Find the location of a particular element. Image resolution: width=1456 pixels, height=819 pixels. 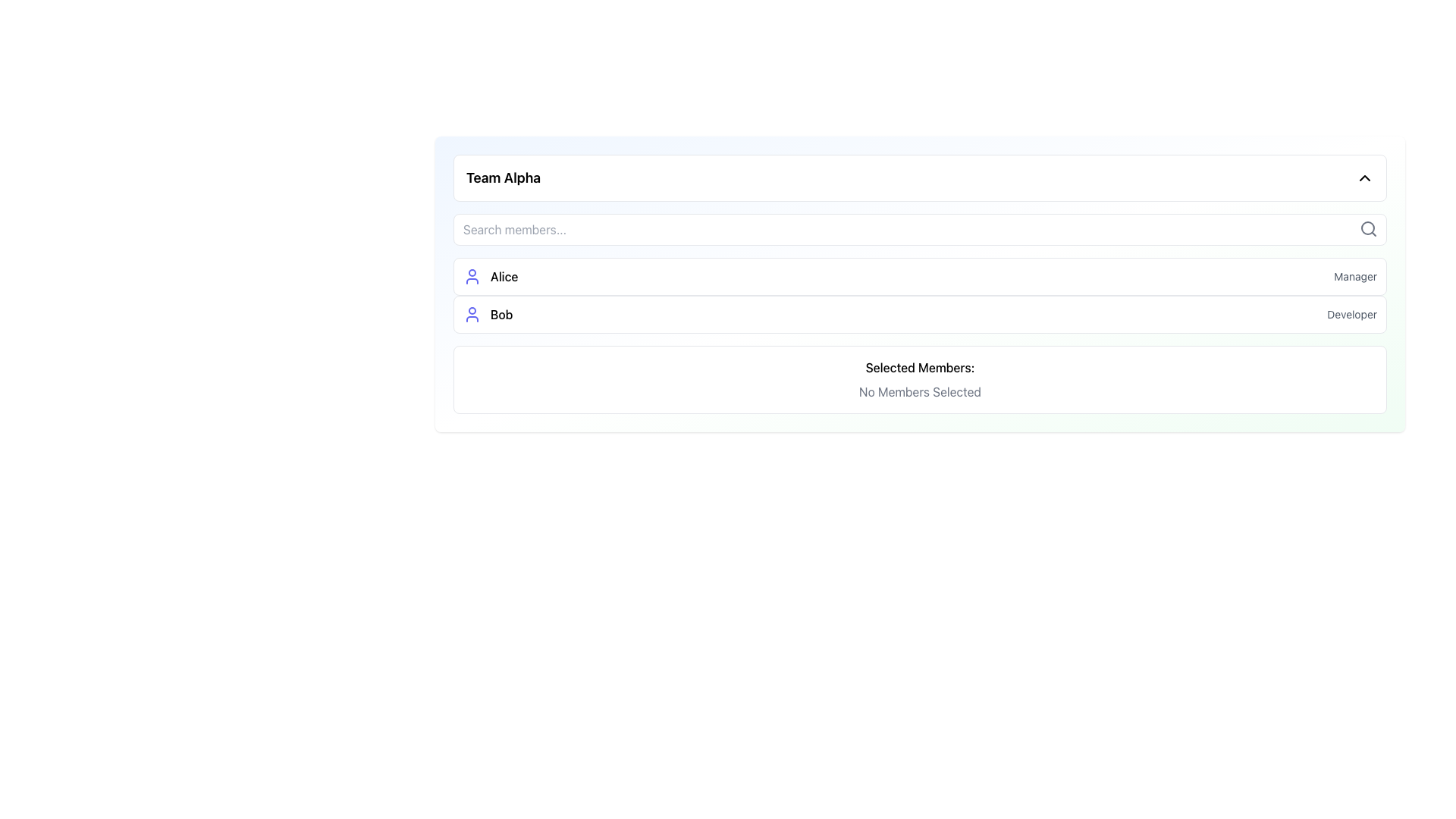

the profile image icon representing the user named 'Bob', located to the left of the text 'Bob' in a vertical list of selectable user entries is located at coordinates (472, 314).